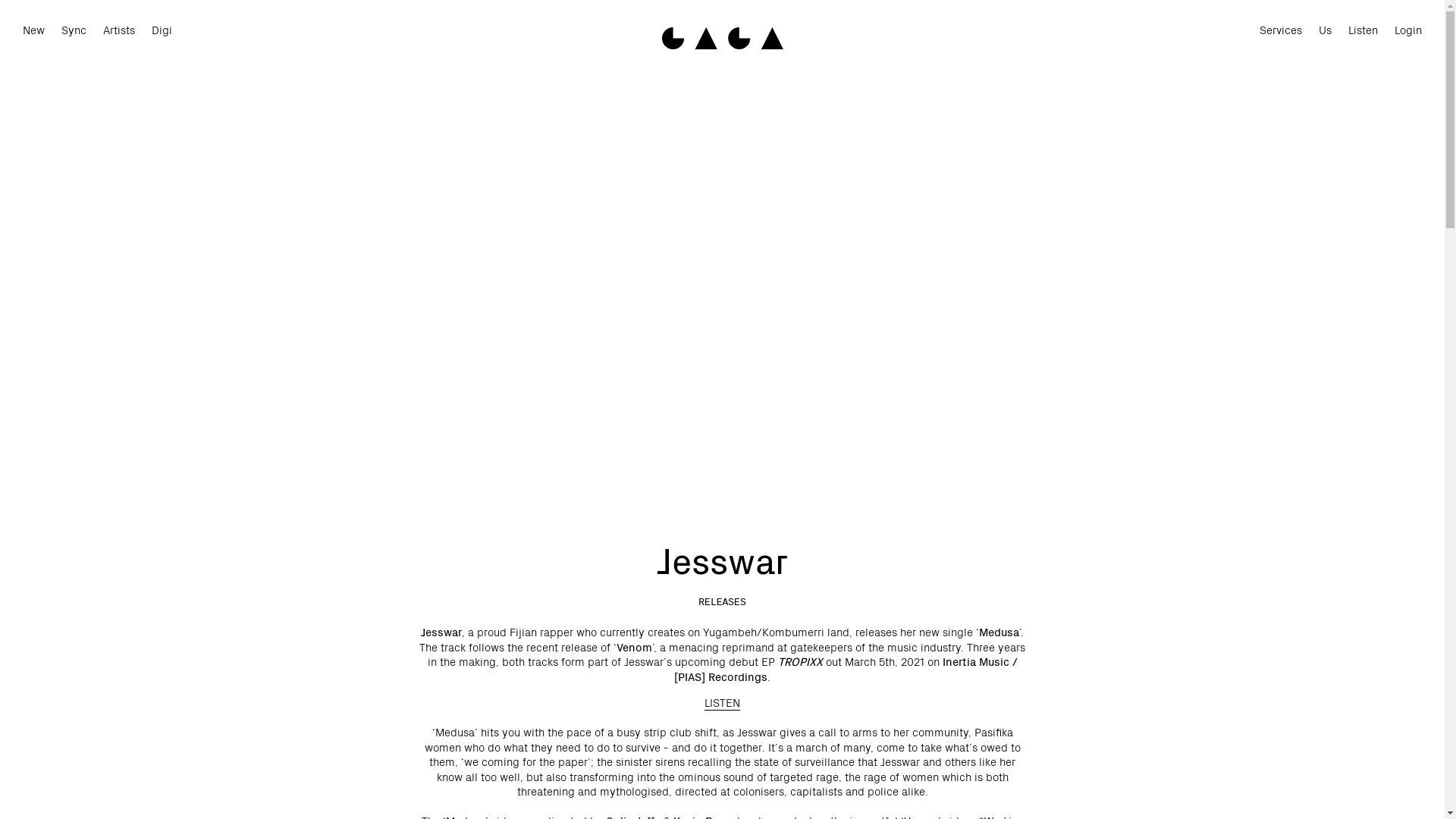  Describe the element at coordinates (33, 30) in the screenshot. I see `'New'` at that location.